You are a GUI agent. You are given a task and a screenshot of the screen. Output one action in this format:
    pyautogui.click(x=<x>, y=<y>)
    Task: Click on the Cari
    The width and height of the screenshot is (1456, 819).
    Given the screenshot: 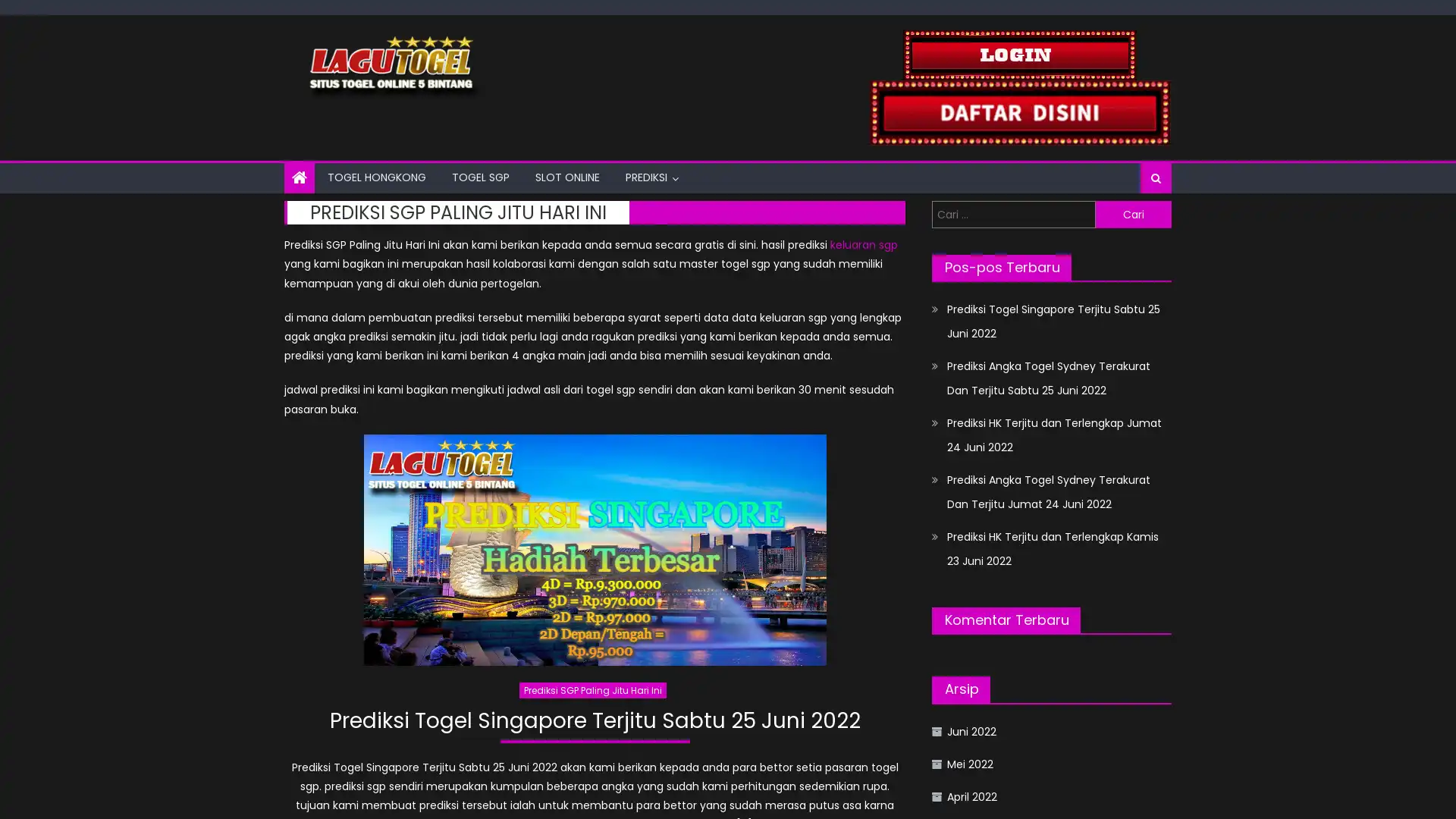 What is the action you would take?
    pyautogui.click(x=1133, y=214)
    